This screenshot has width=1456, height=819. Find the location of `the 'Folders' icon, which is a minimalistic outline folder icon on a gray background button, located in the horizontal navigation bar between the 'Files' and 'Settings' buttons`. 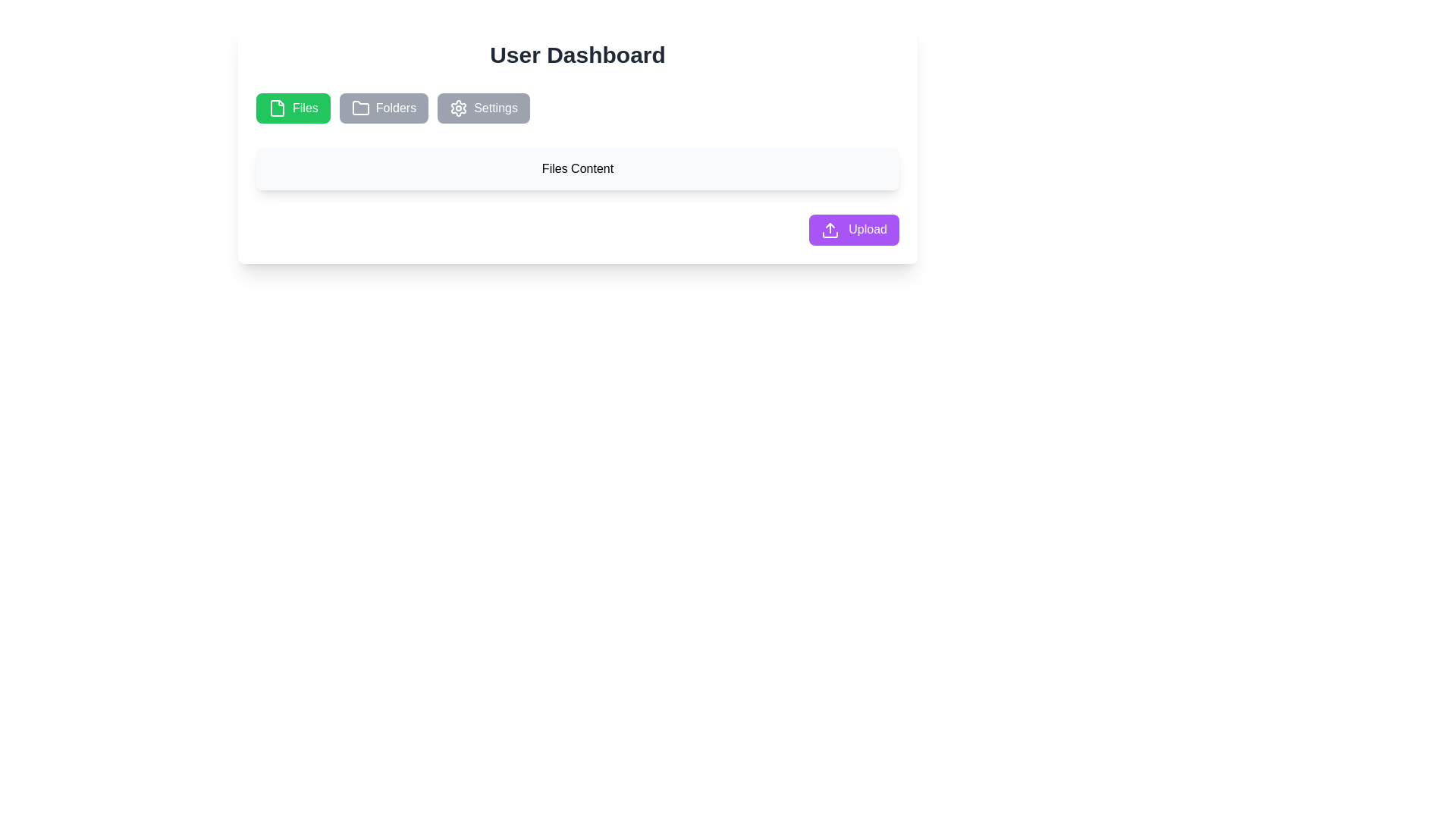

the 'Folders' icon, which is a minimalistic outline folder icon on a gray background button, located in the horizontal navigation bar between the 'Files' and 'Settings' buttons is located at coordinates (359, 107).